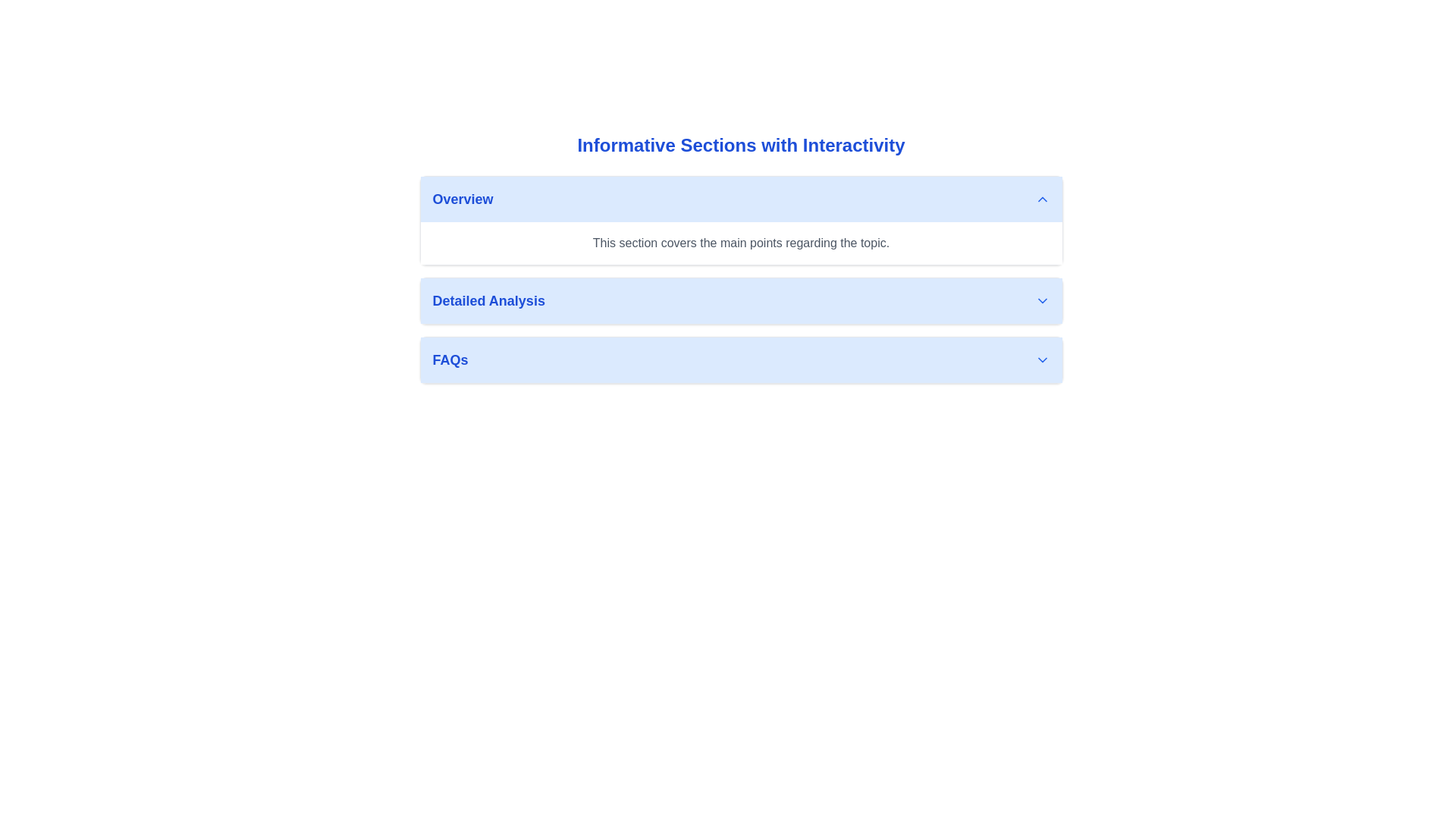  I want to click on the downward-pointing blue chevron icon located on the right-hand side of the 'Detailed Analysis' section header, so click(1041, 301).